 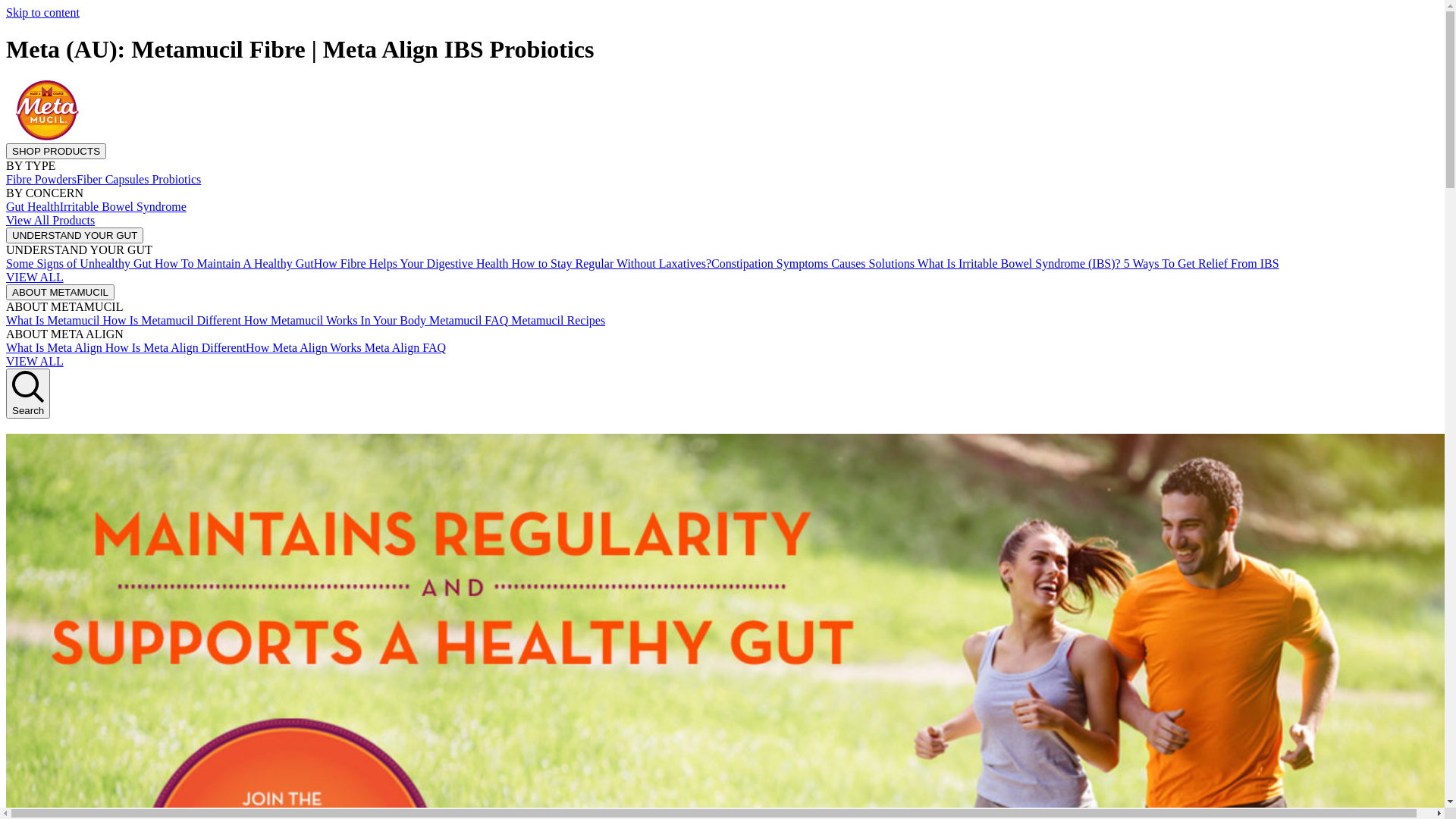 What do you see at coordinates (1018, 262) in the screenshot?
I see `'What Is Irritable Bowel Syndrome (IBS)?'` at bounding box center [1018, 262].